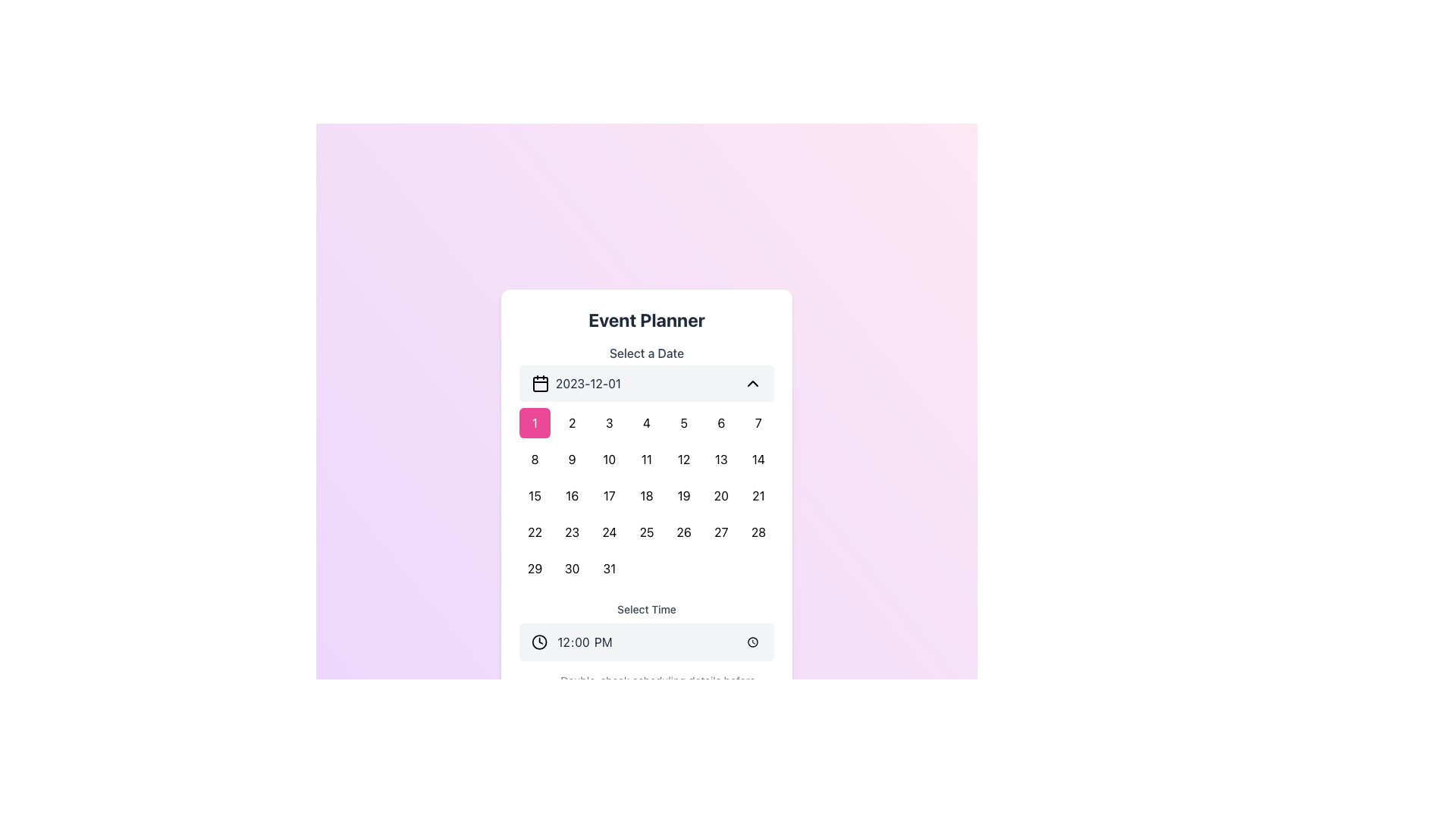 The height and width of the screenshot is (819, 1456). Describe the element at coordinates (539, 642) in the screenshot. I see `the SVG circle element representing the clock face, which is part of the icon indicating the time-selection feature, located in the 'Select Time' section of the form` at that location.